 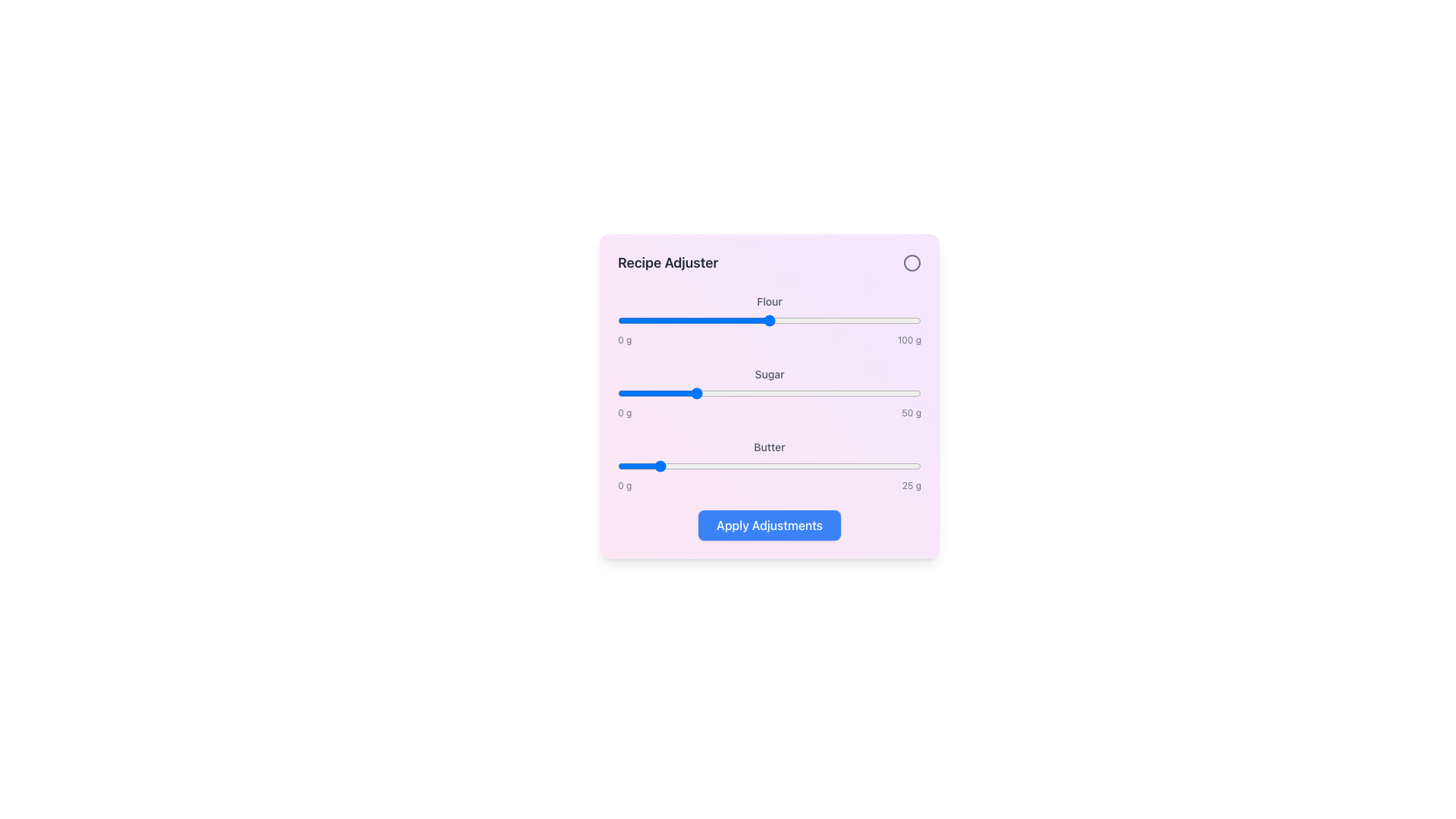 I want to click on the slider value, so click(x=658, y=320).